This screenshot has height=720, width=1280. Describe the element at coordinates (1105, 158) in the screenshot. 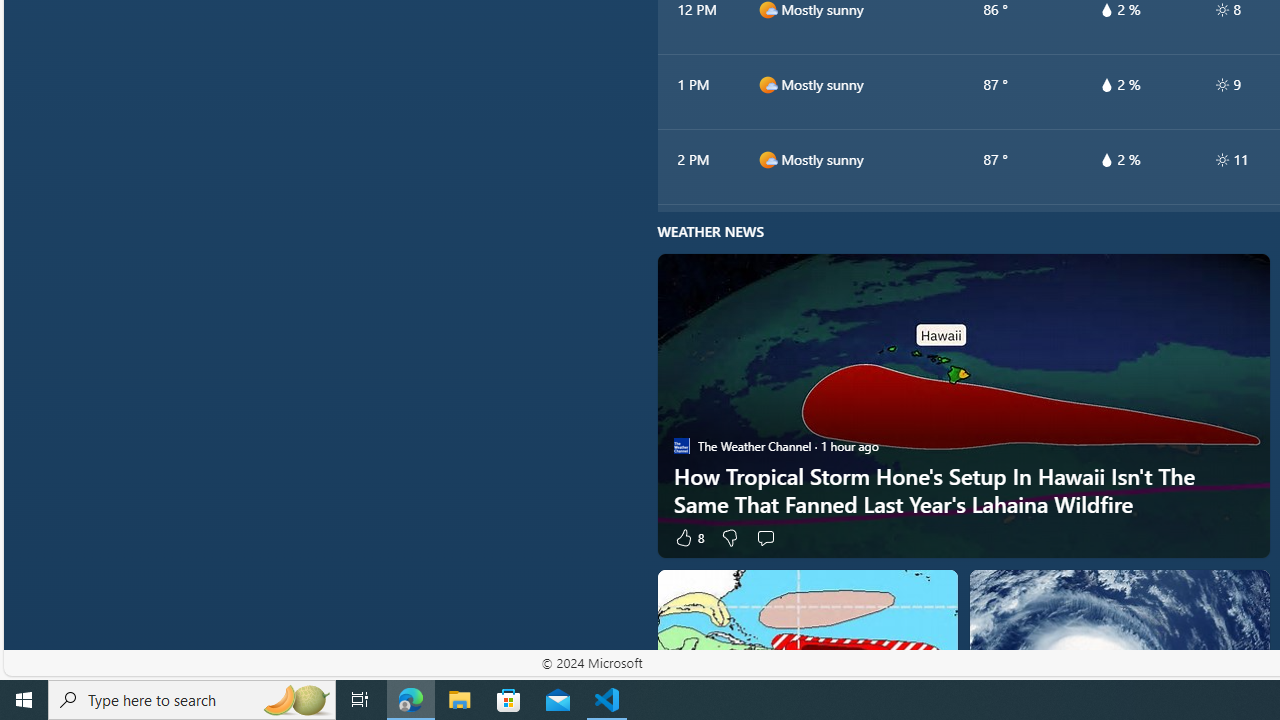

I see `'hourlyTable/drop'` at that location.